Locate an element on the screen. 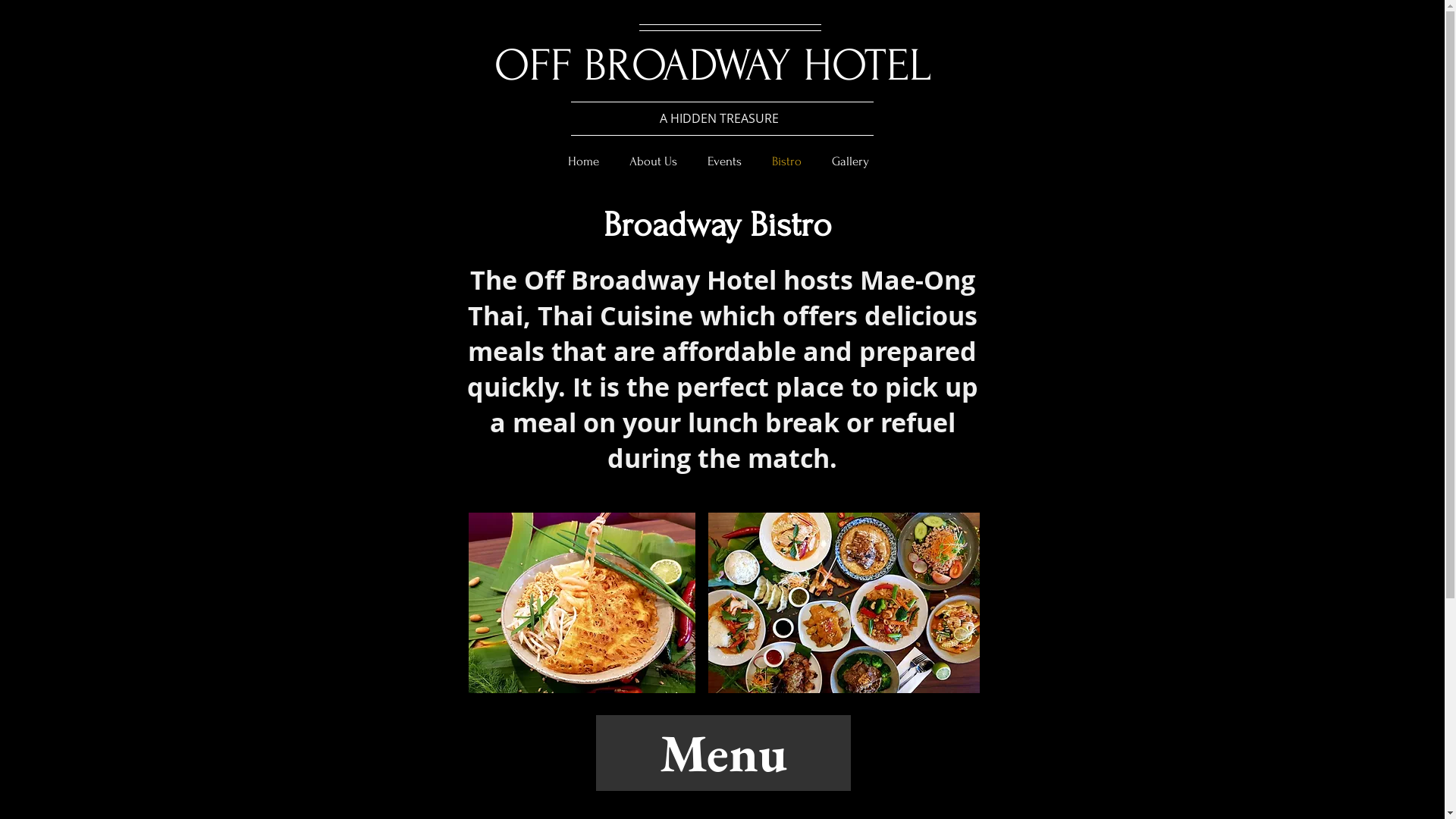  'Gallery' is located at coordinates (850, 161).